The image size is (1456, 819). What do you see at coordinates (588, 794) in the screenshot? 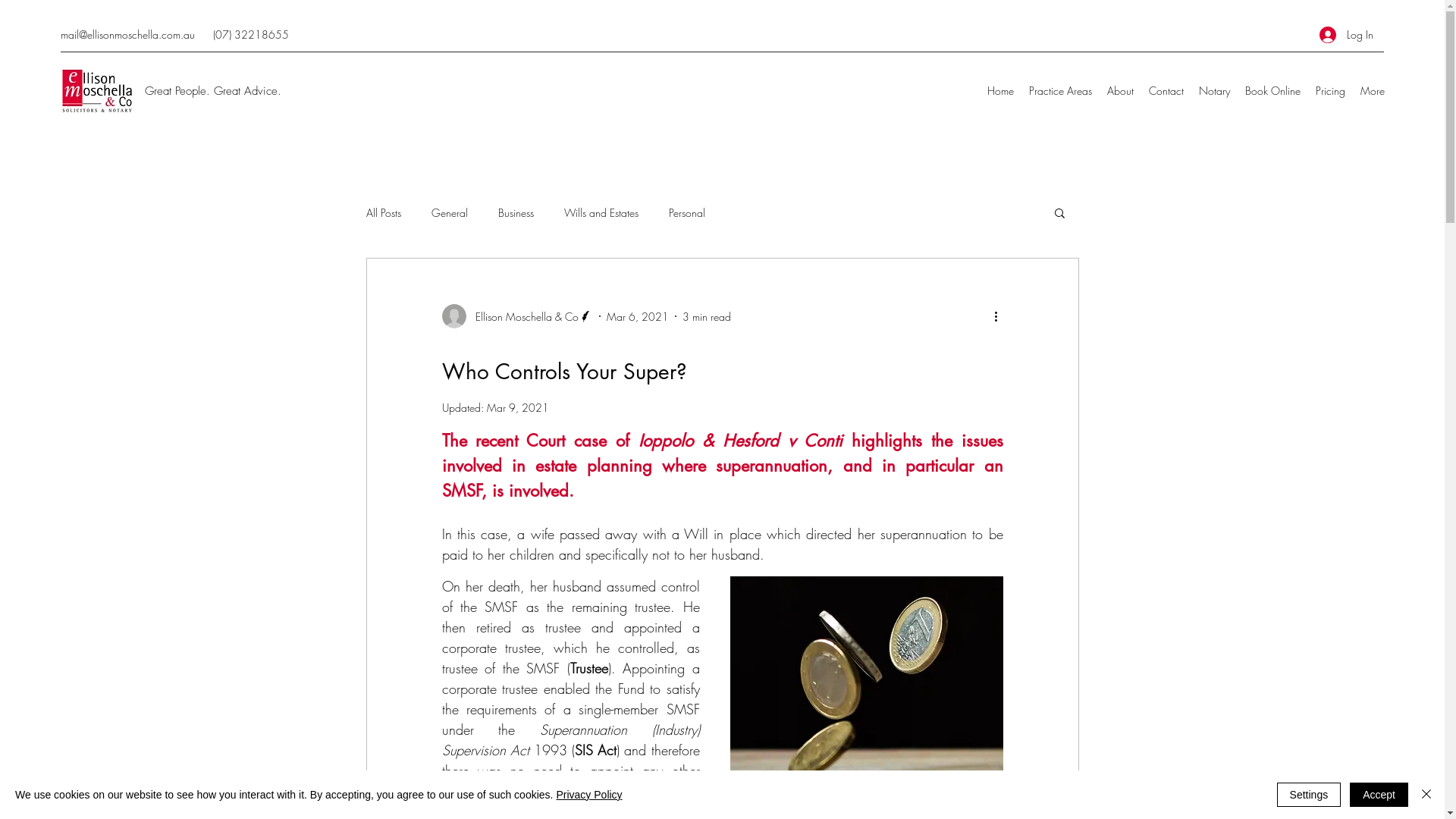
I see `'Privacy Policy'` at bounding box center [588, 794].